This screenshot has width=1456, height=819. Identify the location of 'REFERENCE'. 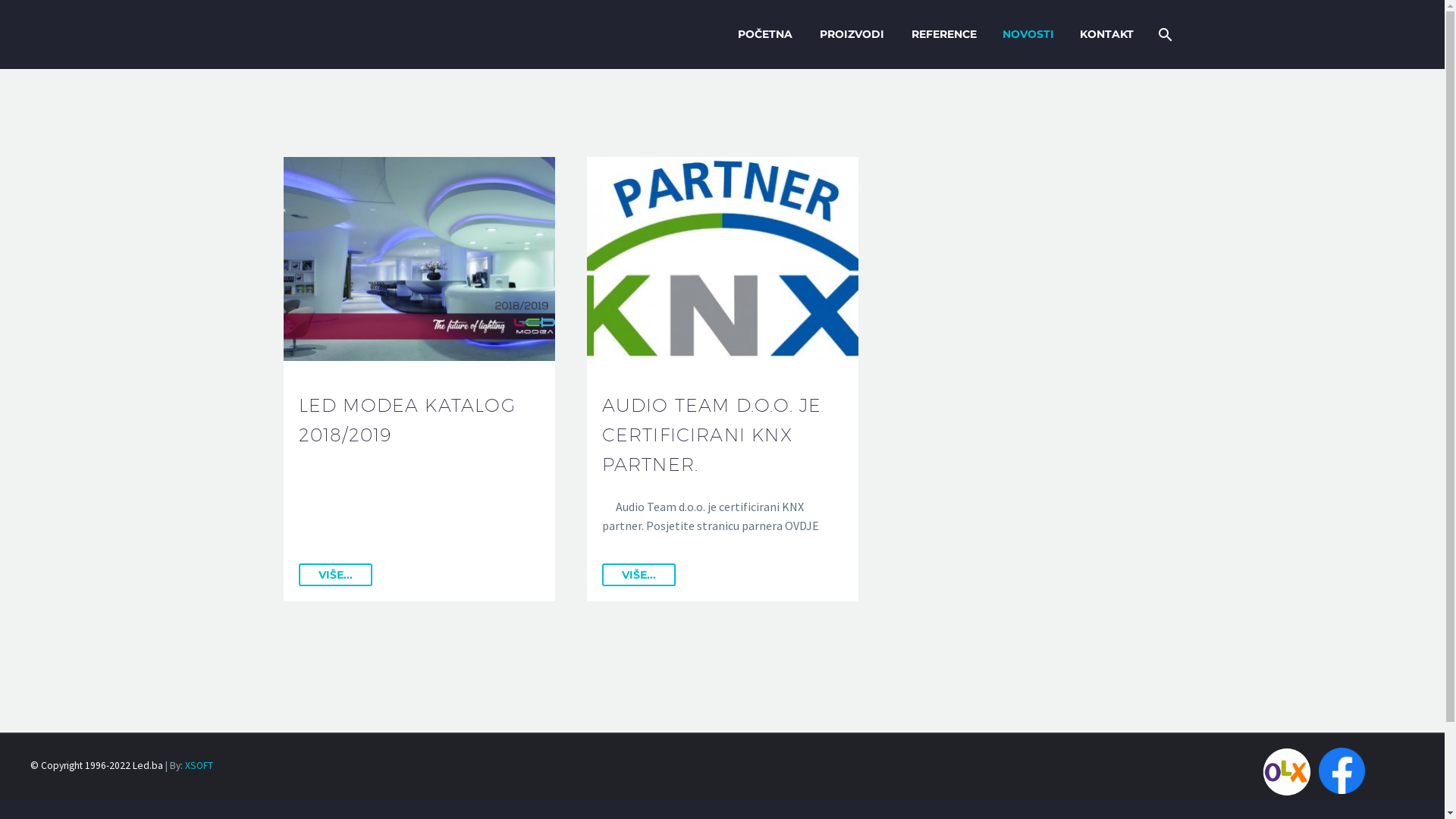
(899, 34).